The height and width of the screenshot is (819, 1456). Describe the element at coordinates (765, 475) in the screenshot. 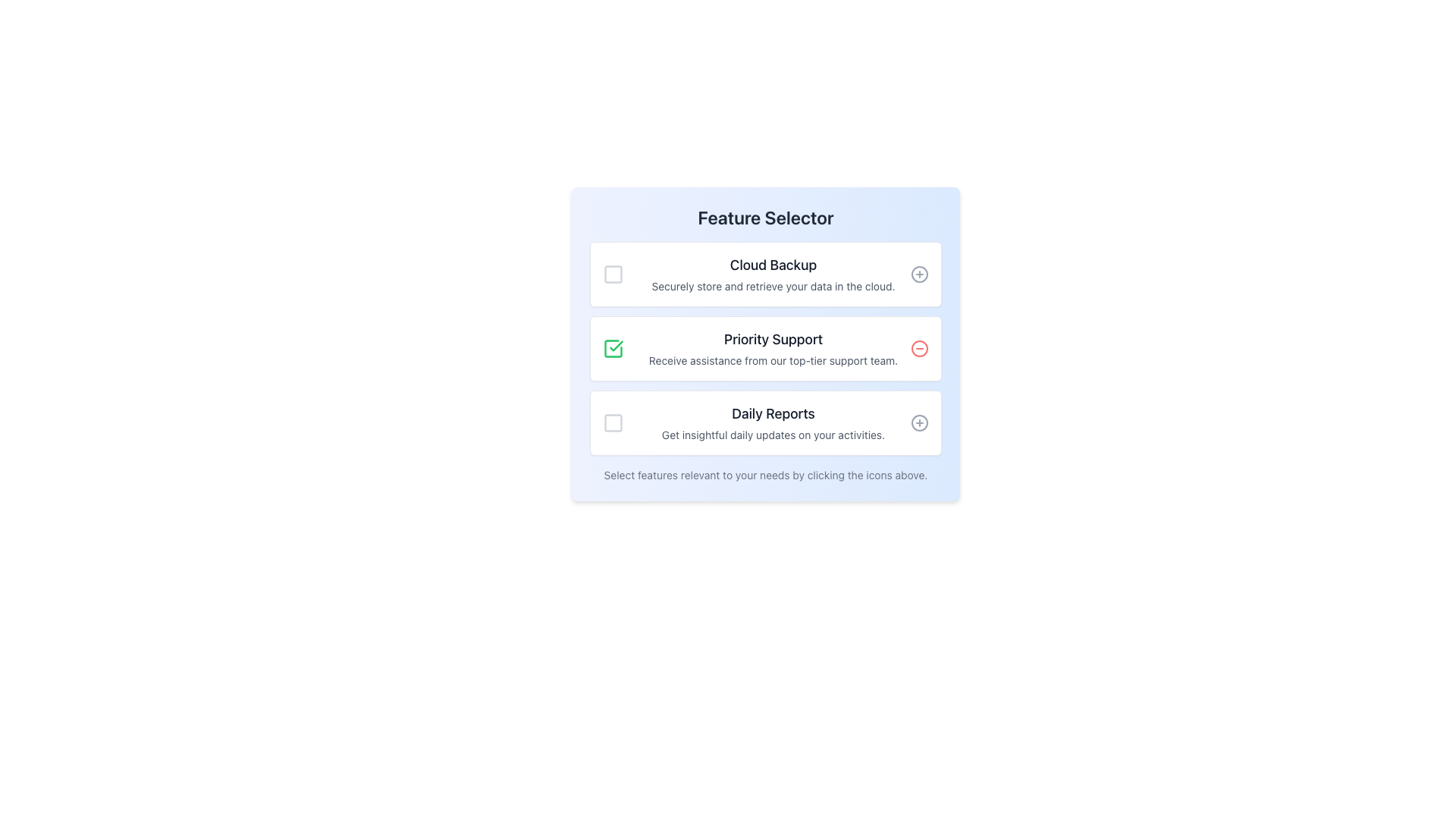

I see `the informational text label that reads 'Select features relevant to your needs by clicking the icons above.'` at that location.